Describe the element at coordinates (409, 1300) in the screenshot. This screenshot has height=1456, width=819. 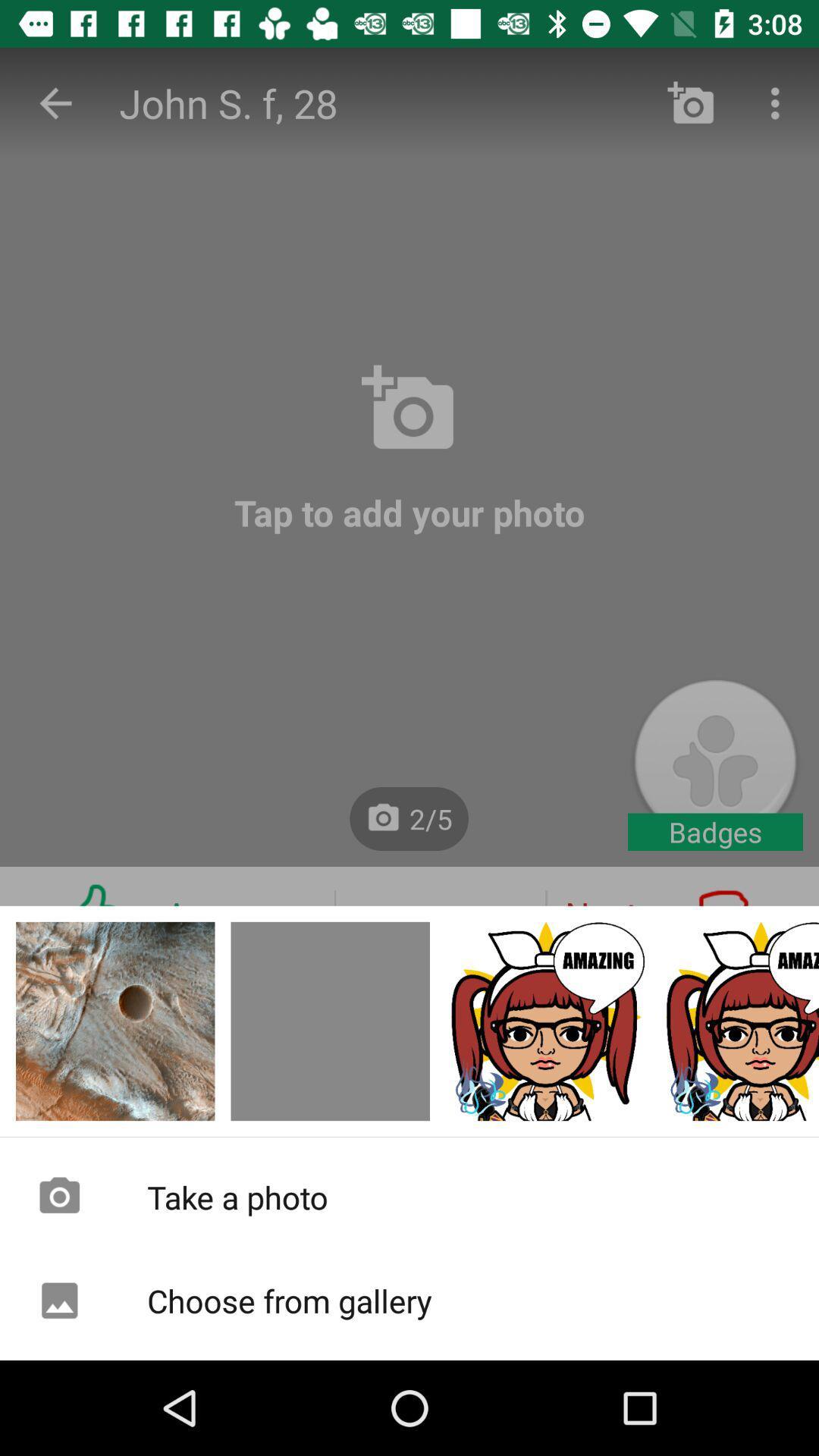
I see `the choose from gallery icon` at that location.